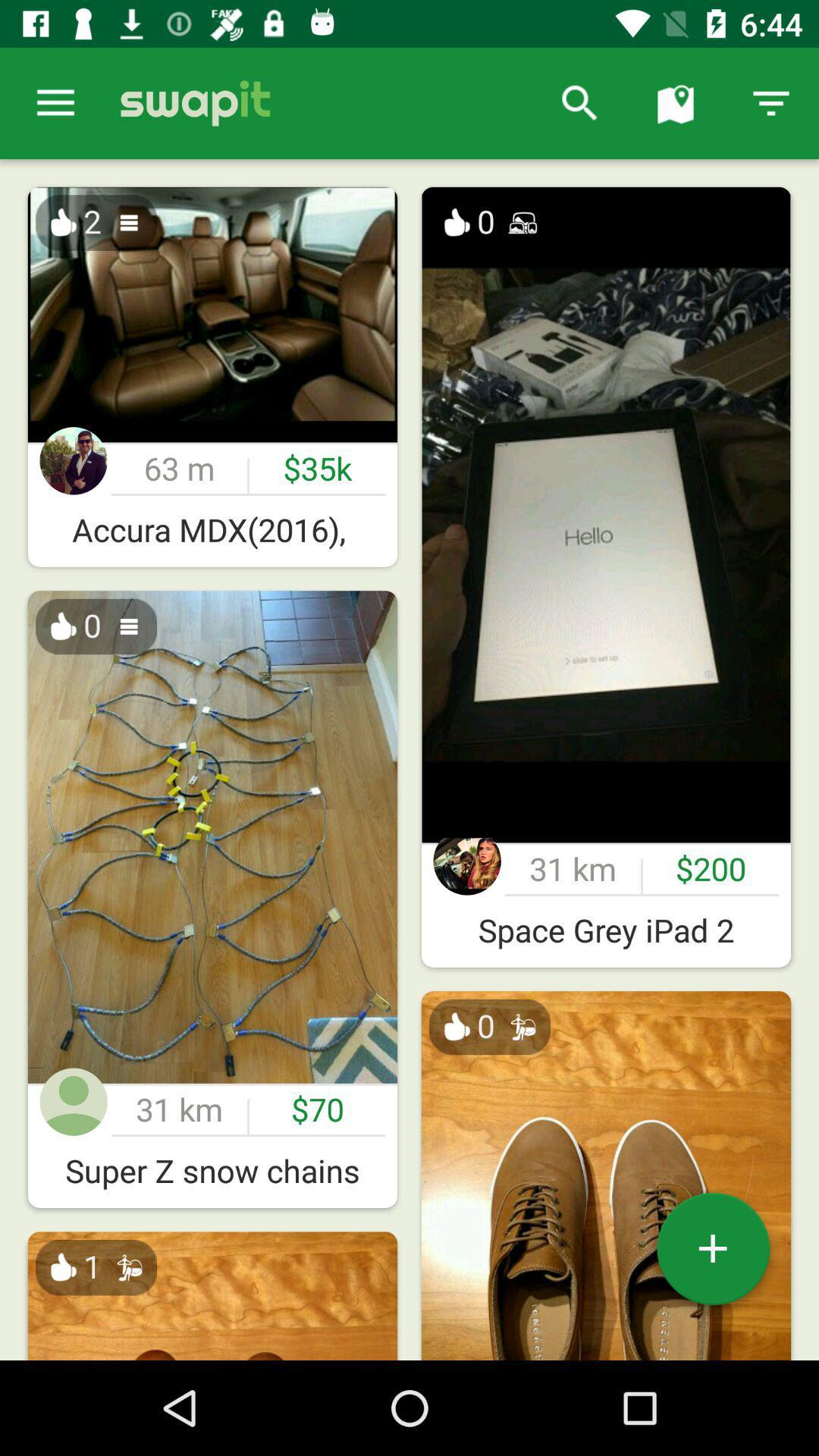 Image resolution: width=819 pixels, height=1456 pixels. What do you see at coordinates (713, 1254) in the screenshot?
I see `the add icon` at bounding box center [713, 1254].